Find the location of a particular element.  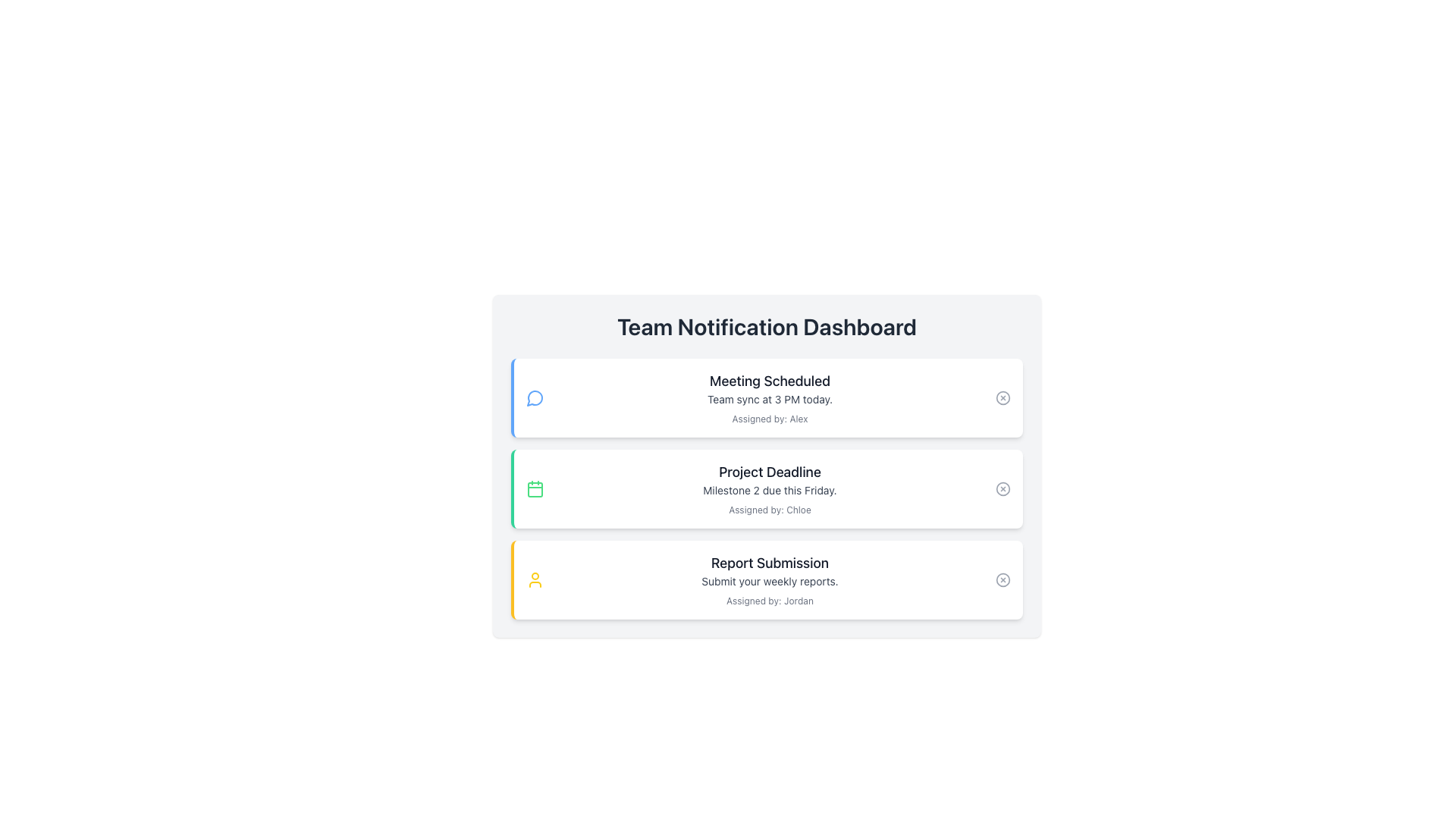

the user-focused context icon located within the third card of the notification dashboard, adjacent to the 'Report Submission' heading is located at coordinates (535, 579).